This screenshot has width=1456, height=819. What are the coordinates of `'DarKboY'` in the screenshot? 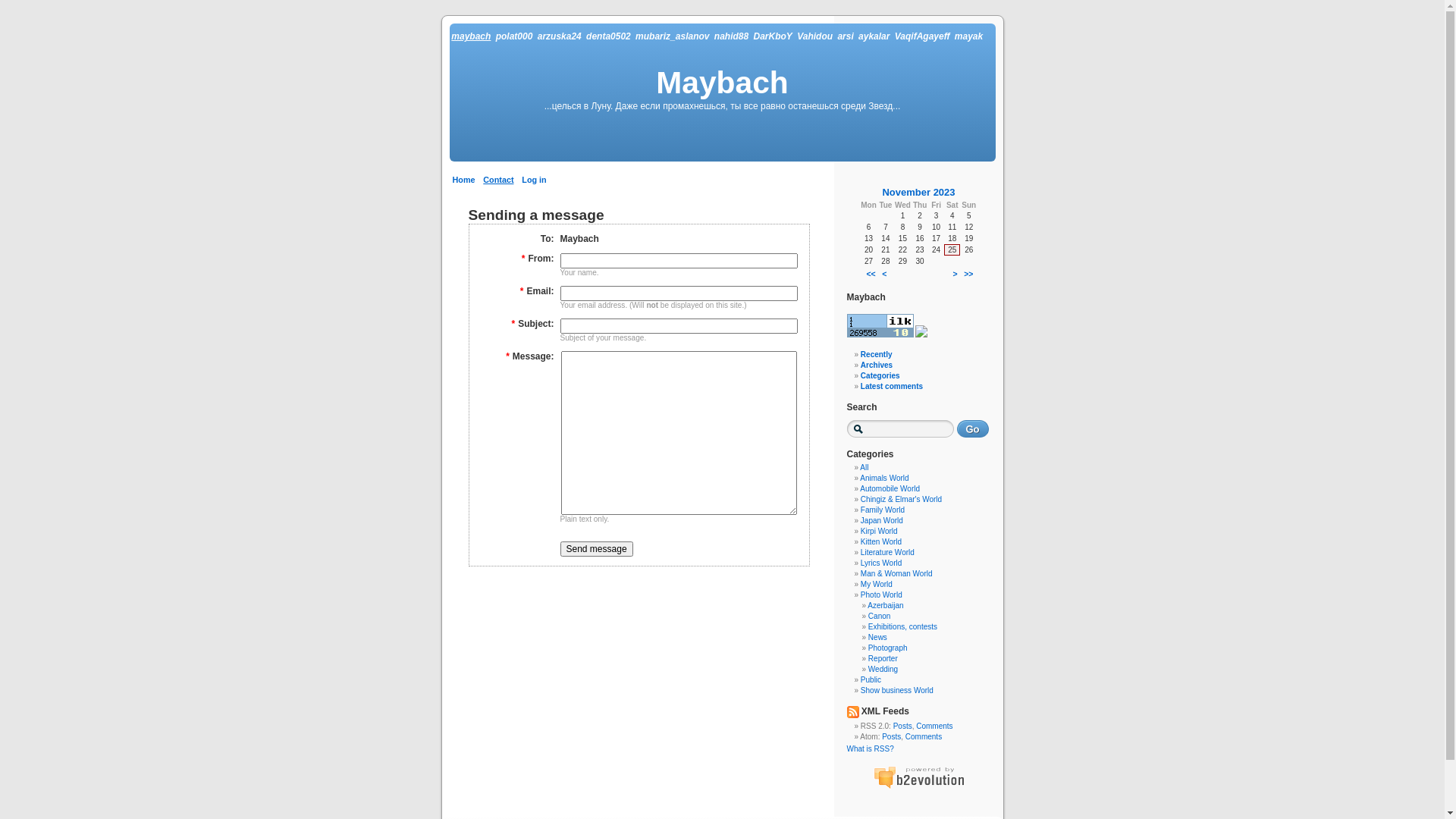 It's located at (773, 35).